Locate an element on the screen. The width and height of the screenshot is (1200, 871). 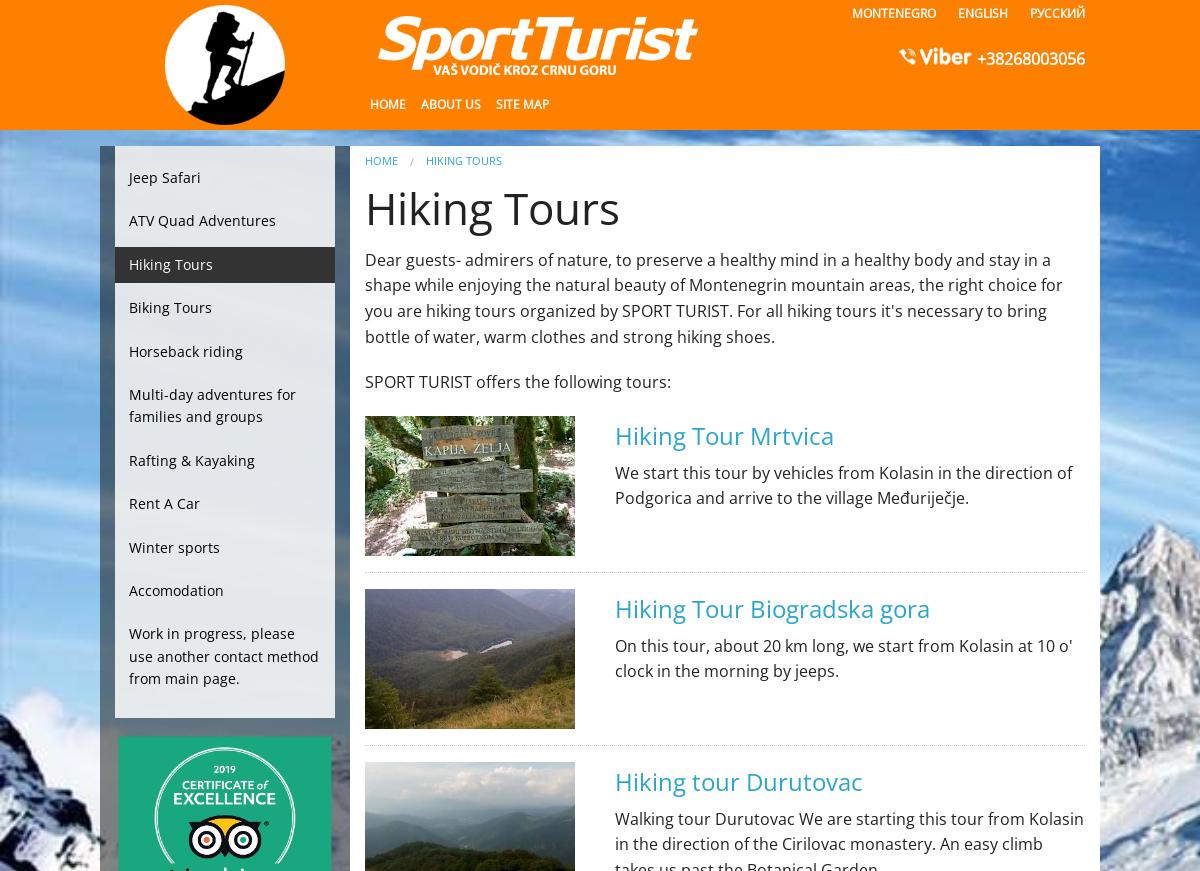
'Work in progress, please use another contact method from main page.' is located at coordinates (223, 655).